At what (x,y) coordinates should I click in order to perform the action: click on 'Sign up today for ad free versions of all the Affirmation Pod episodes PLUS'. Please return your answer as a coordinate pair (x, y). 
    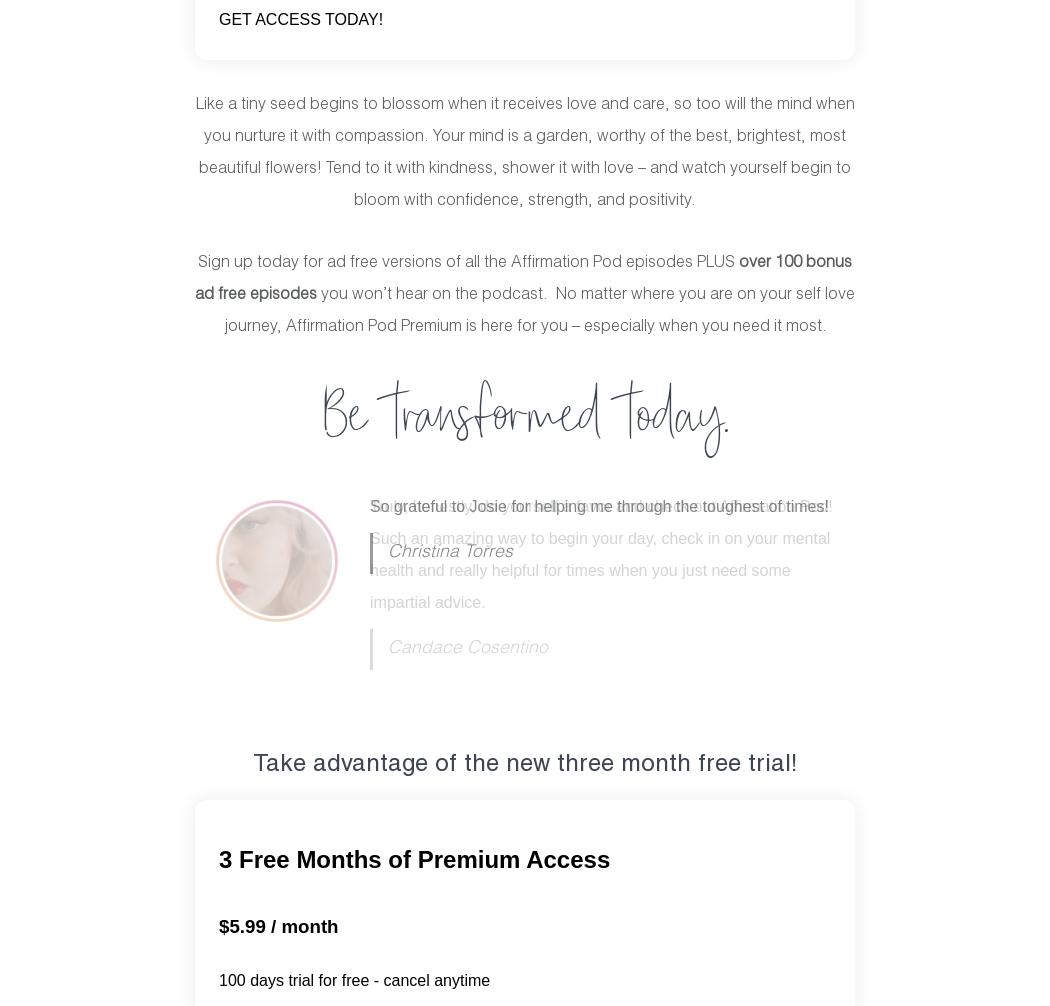
    Looking at the image, I should click on (197, 261).